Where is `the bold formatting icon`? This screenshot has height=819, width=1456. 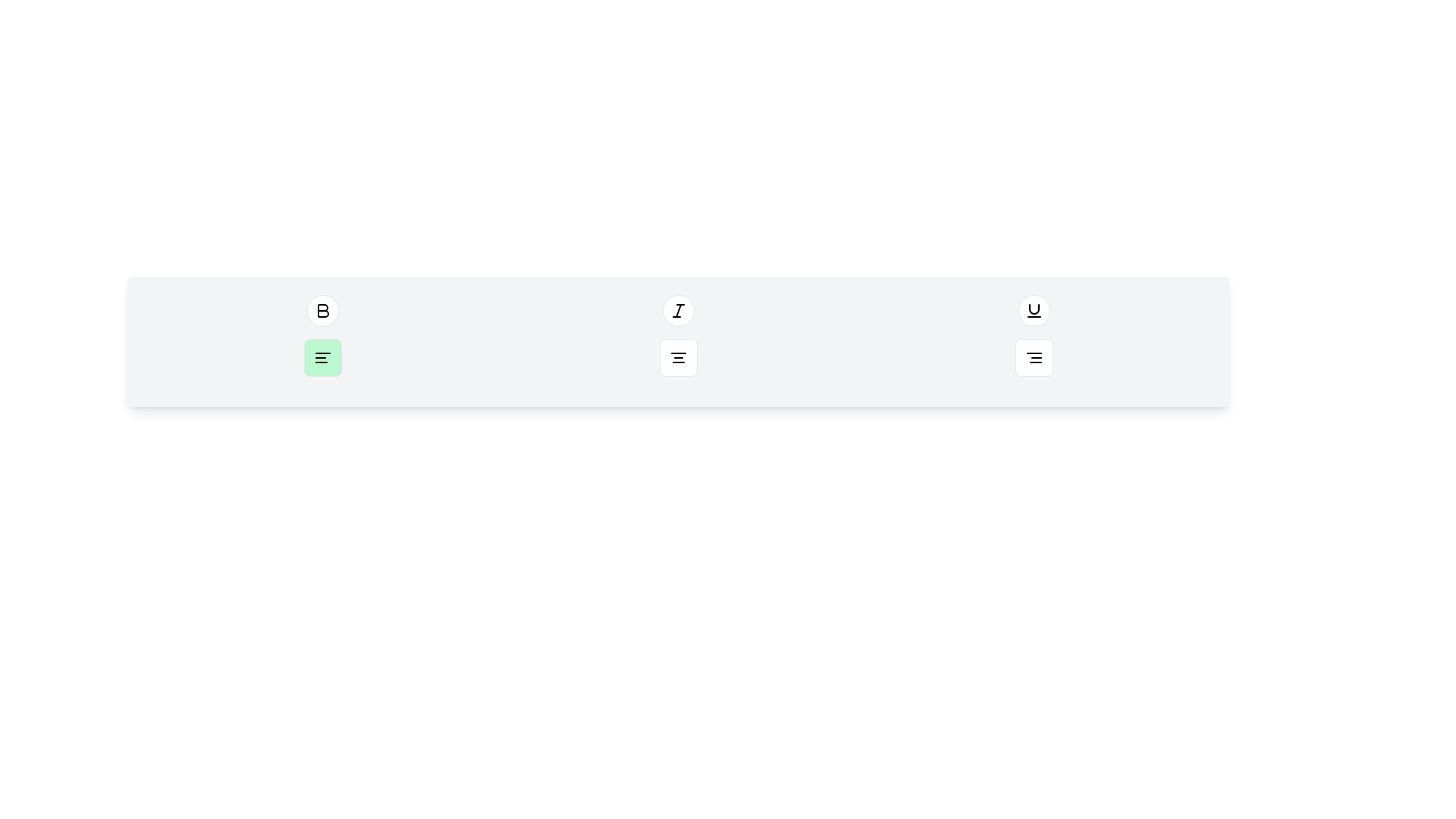 the bold formatting icon is located at coordinates (322, 309).